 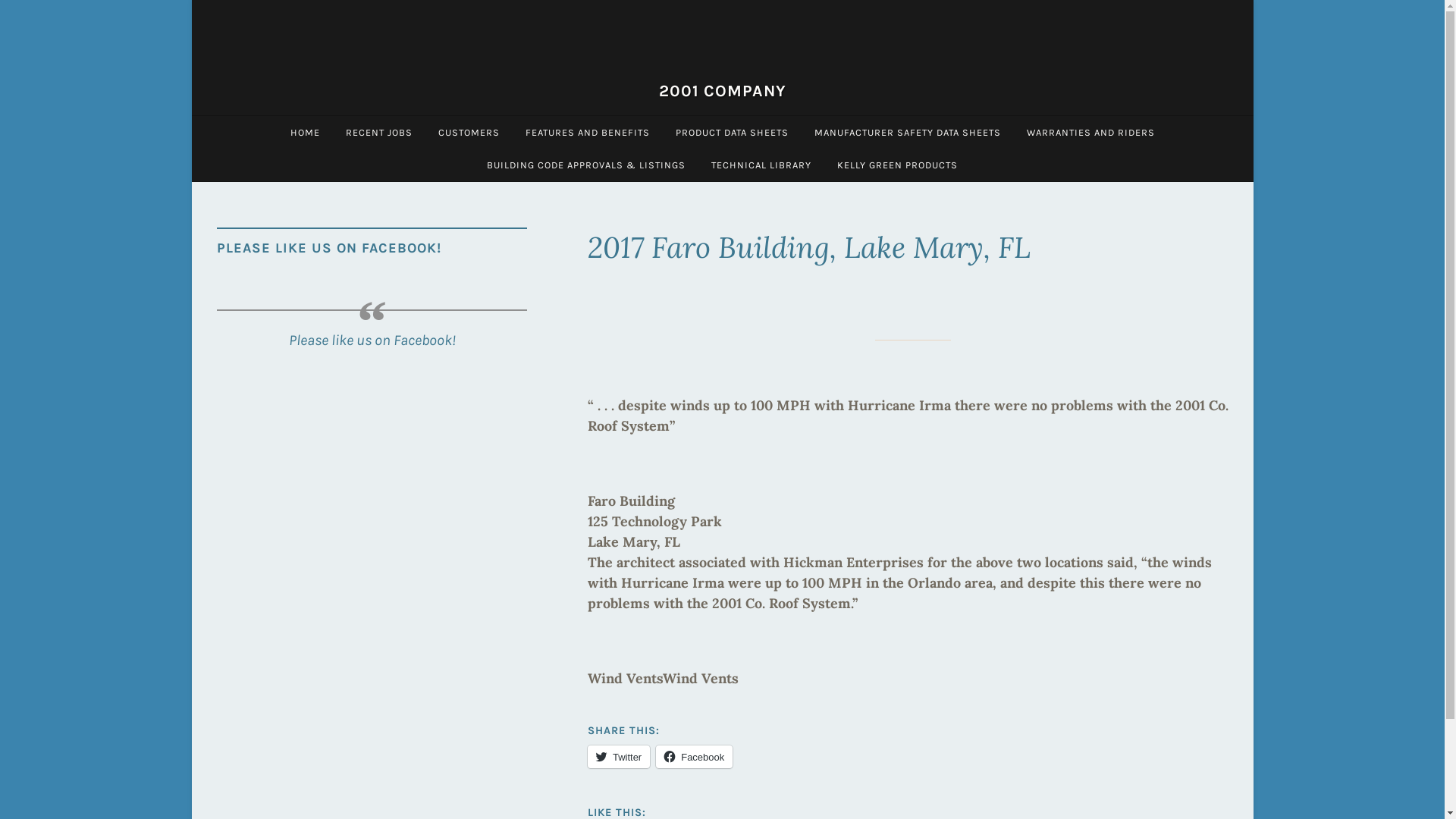 I want to click on 'KELLY GREEN PRODUCTS', so click(x=897, y=165).